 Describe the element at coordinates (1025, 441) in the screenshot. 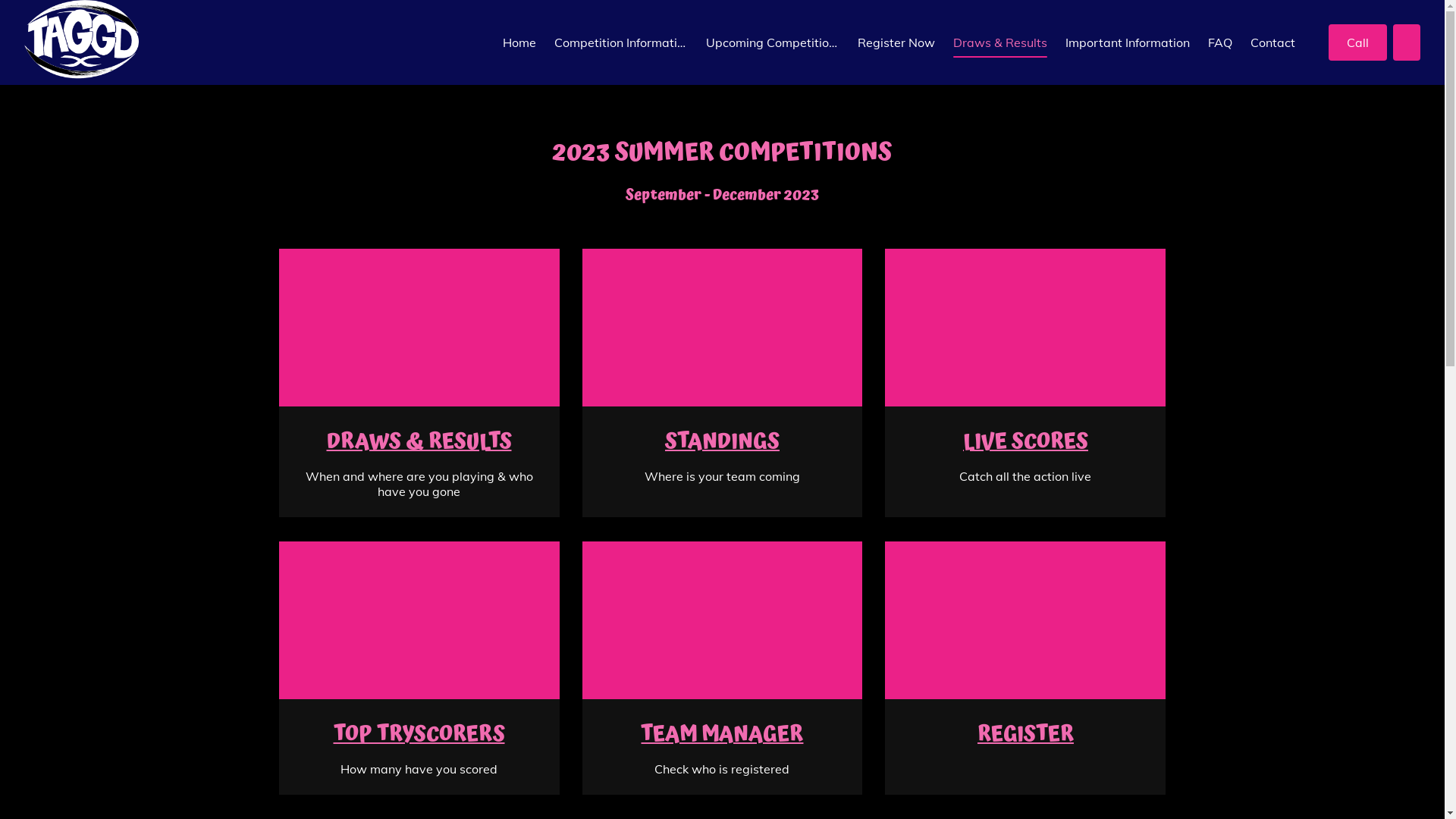

I see `'LIVE SCORES'` at that location.